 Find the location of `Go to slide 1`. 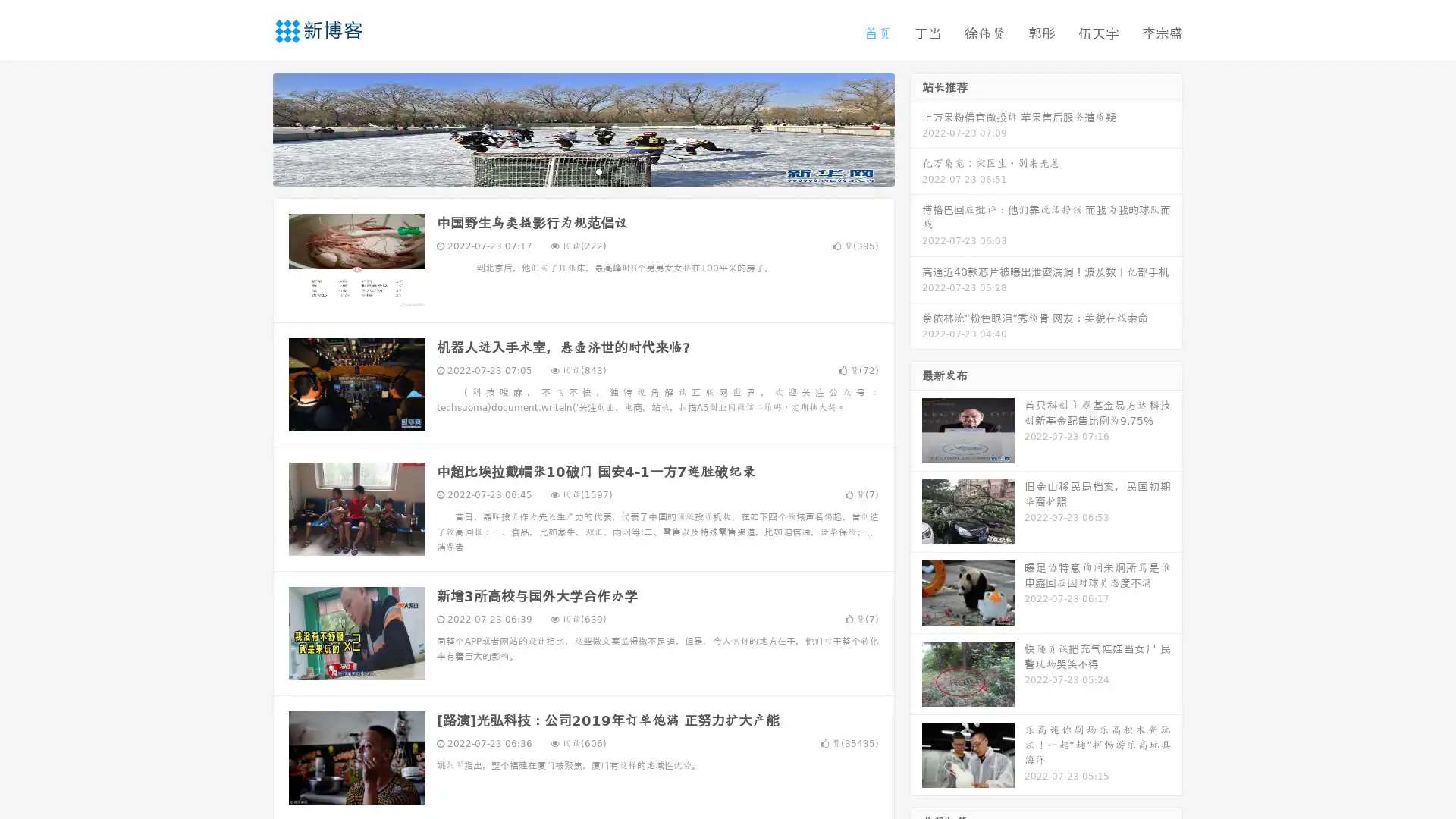

Go to slide 1 is located at coordinates (567, 171).